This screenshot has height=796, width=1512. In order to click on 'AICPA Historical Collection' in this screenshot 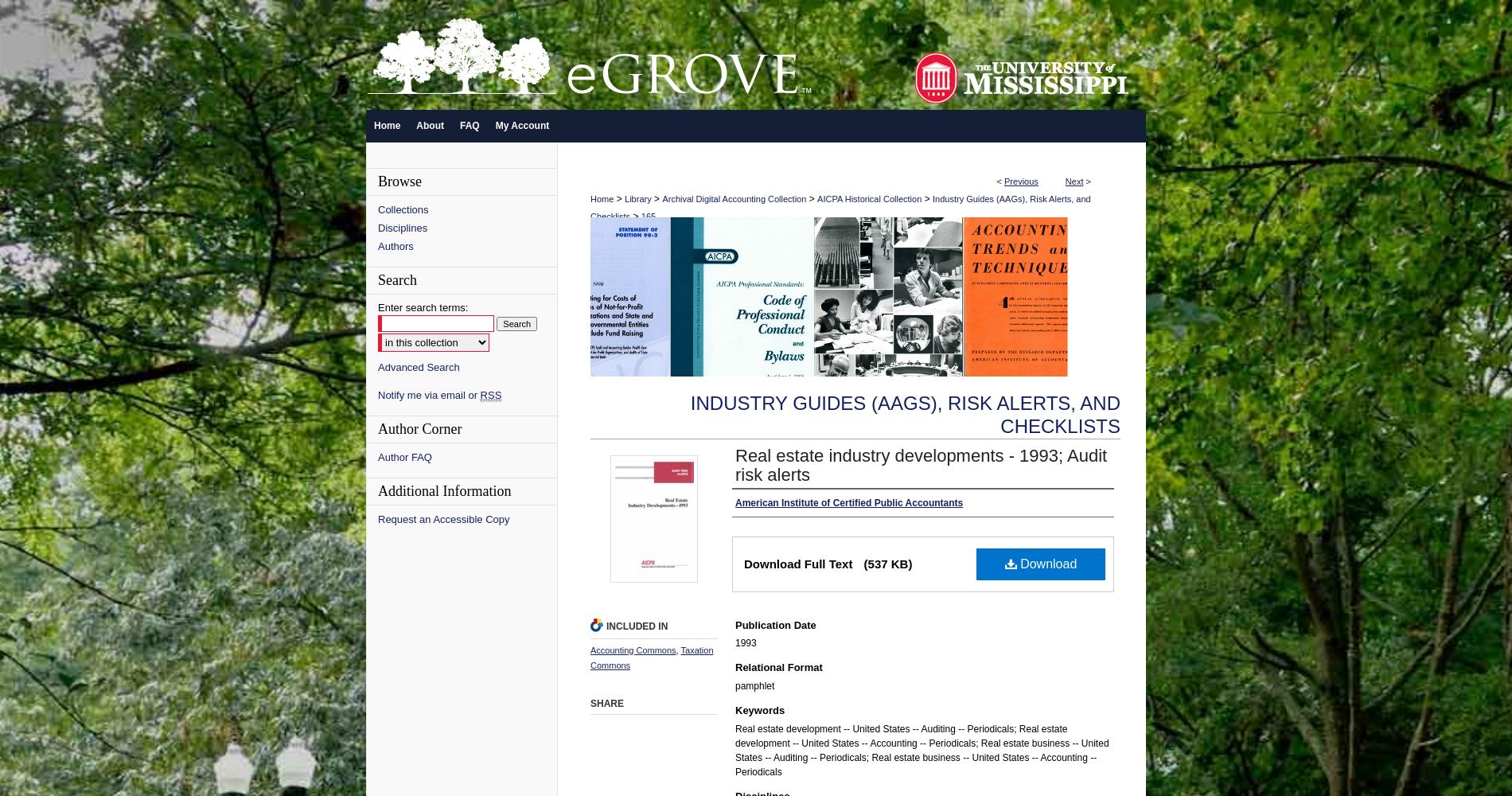, I will do `click(869, 199)`.